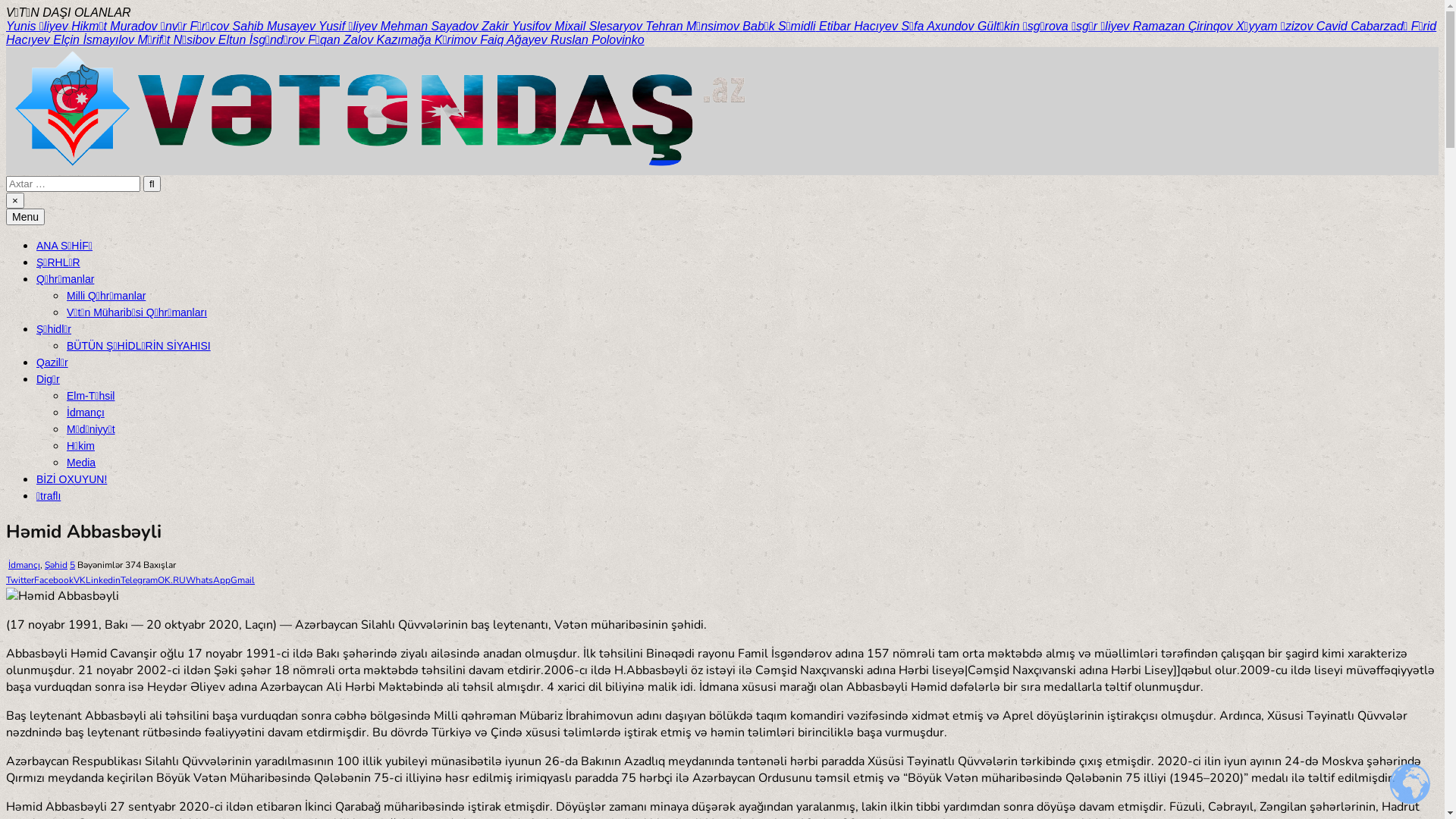 The width and height of the screenshot is (1456, 819). I want to click on 'Ruslan Polovinko', so click(596, 39).